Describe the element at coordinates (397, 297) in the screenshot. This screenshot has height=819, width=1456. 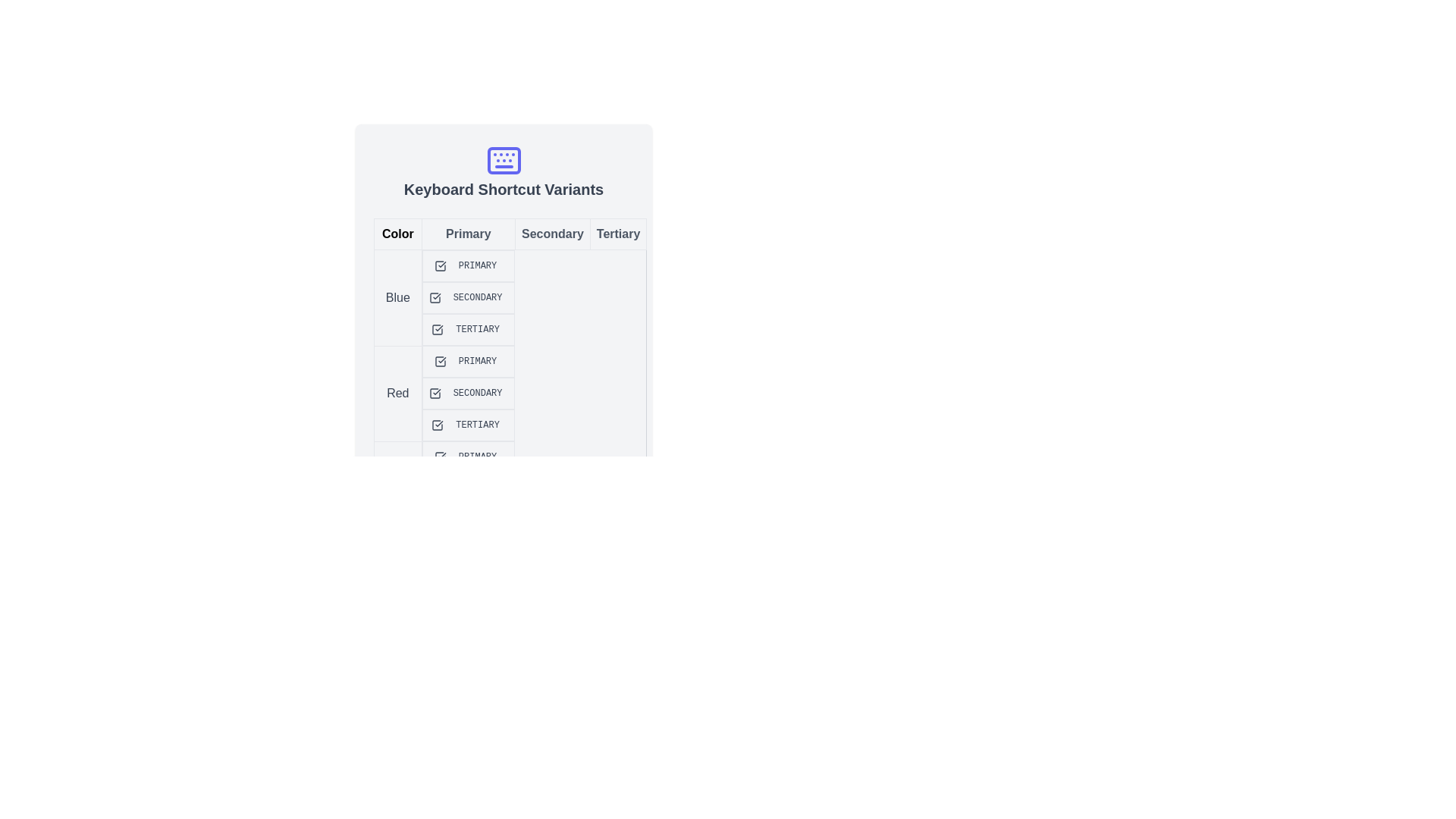
I see `the 'Blue' text label located` at that location.